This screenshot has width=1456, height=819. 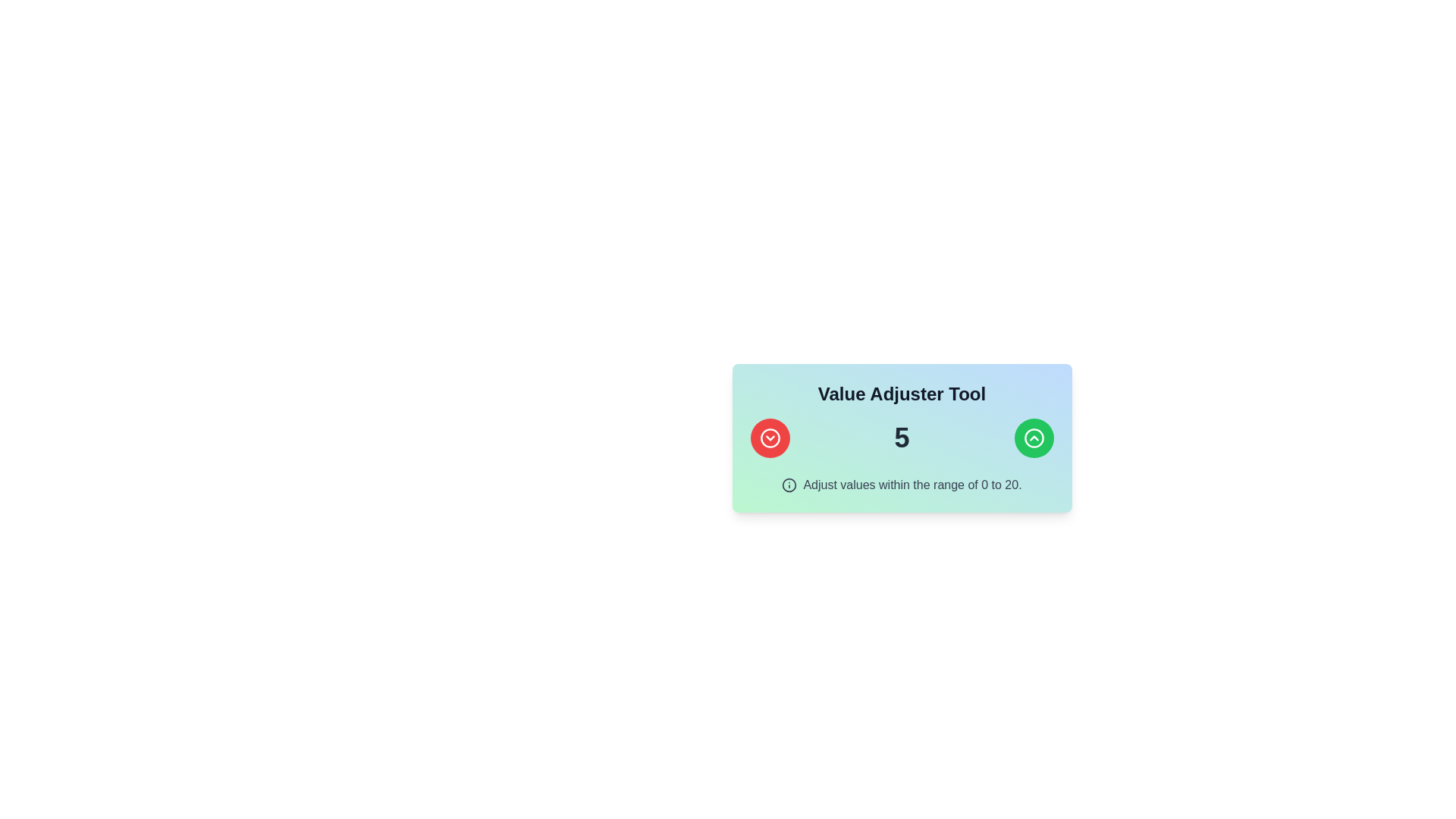 I want to click on the button that increases the displayed numeric value, located to the right of the numeric display, to trigger a hover effect, so click(x=1033, y=438).